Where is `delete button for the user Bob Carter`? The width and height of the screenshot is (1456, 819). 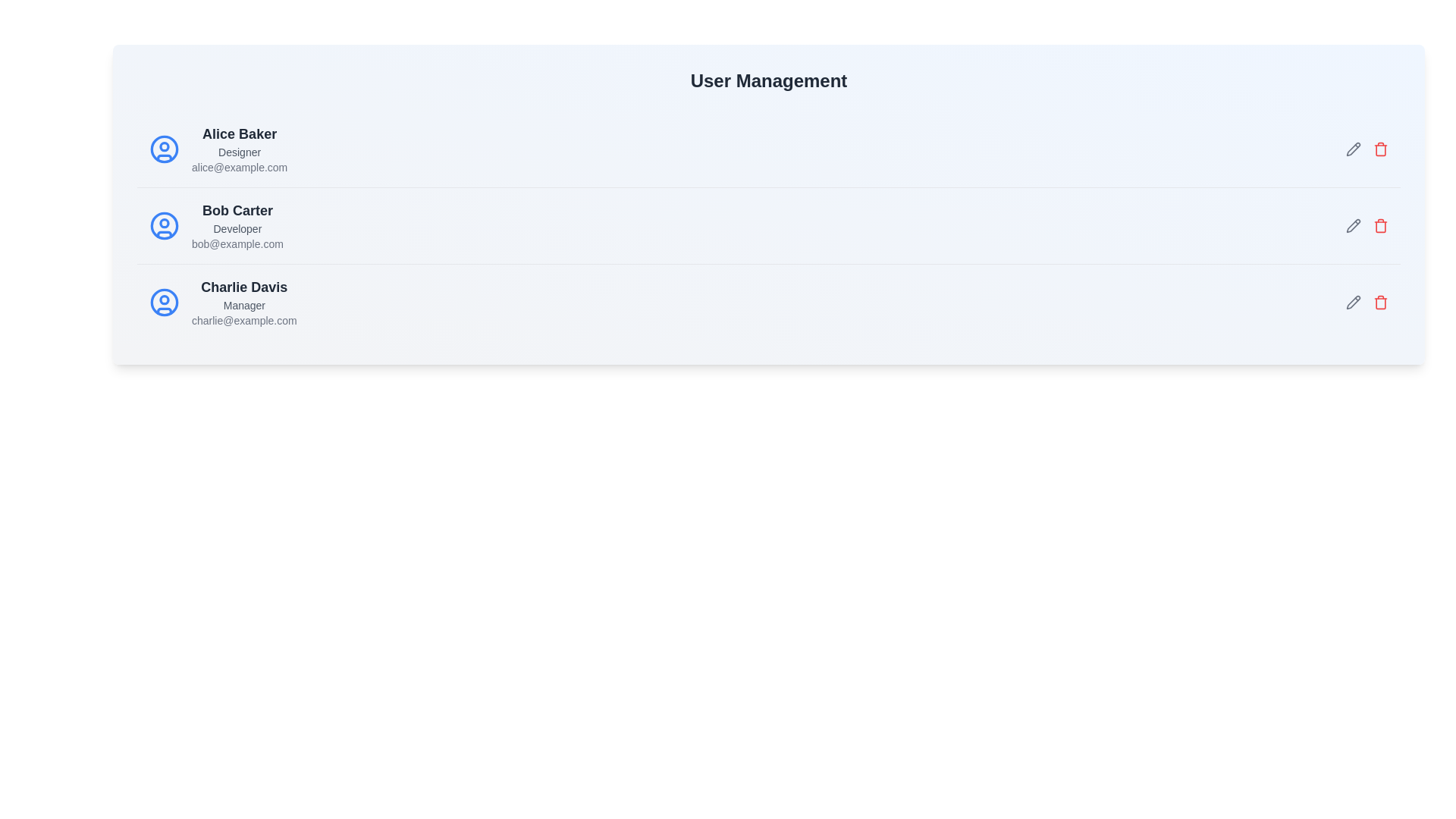
delete button for the user Bob Carter is located at coordinates (1380, 225).